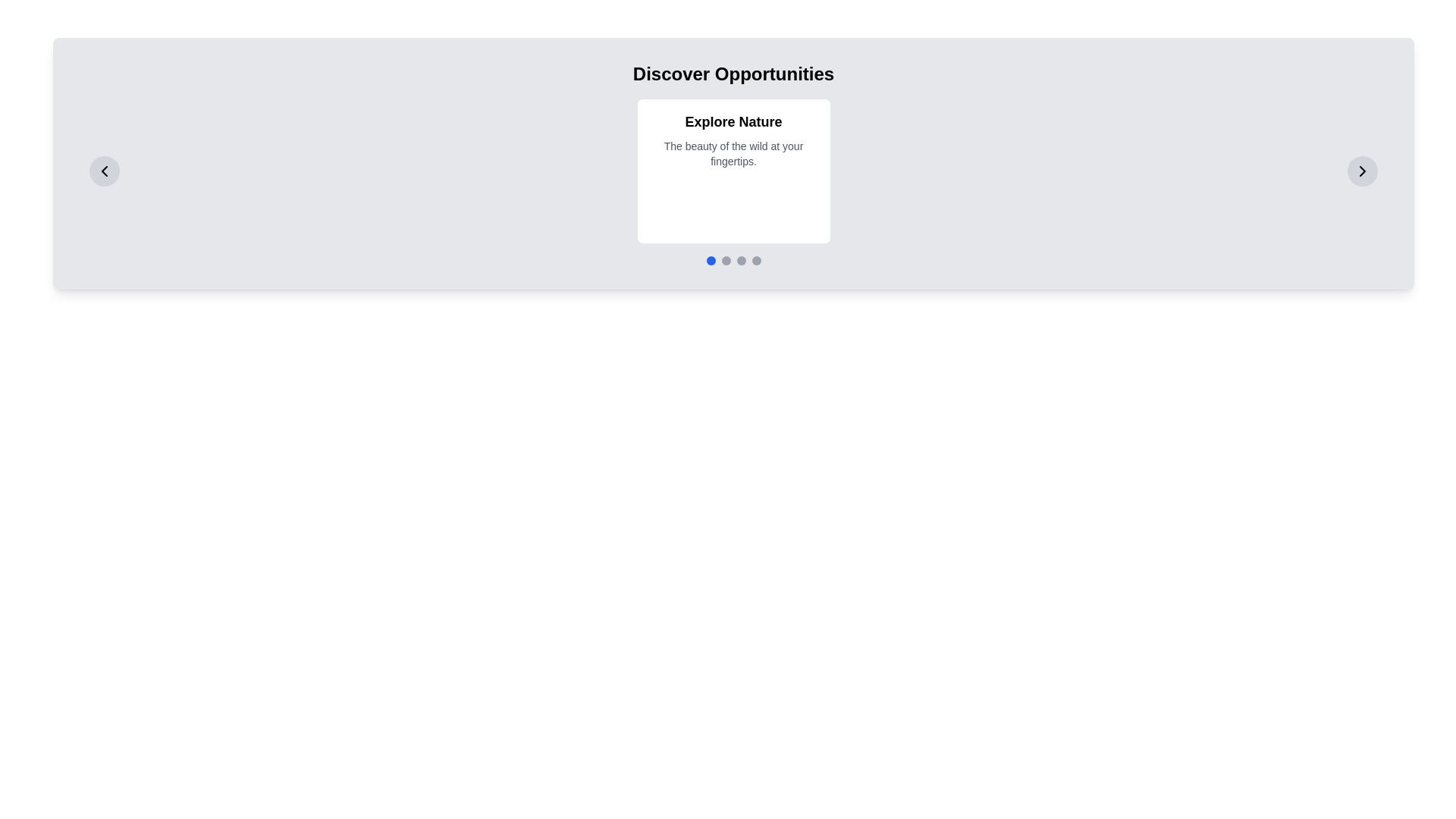 This screenshot has width=1456, height=819. What do you see at coordinates (104, 171) in the screenshot?
I see `the circular button with a light gray background and a black left-pointing chevron` at bounding box center [104, 171].